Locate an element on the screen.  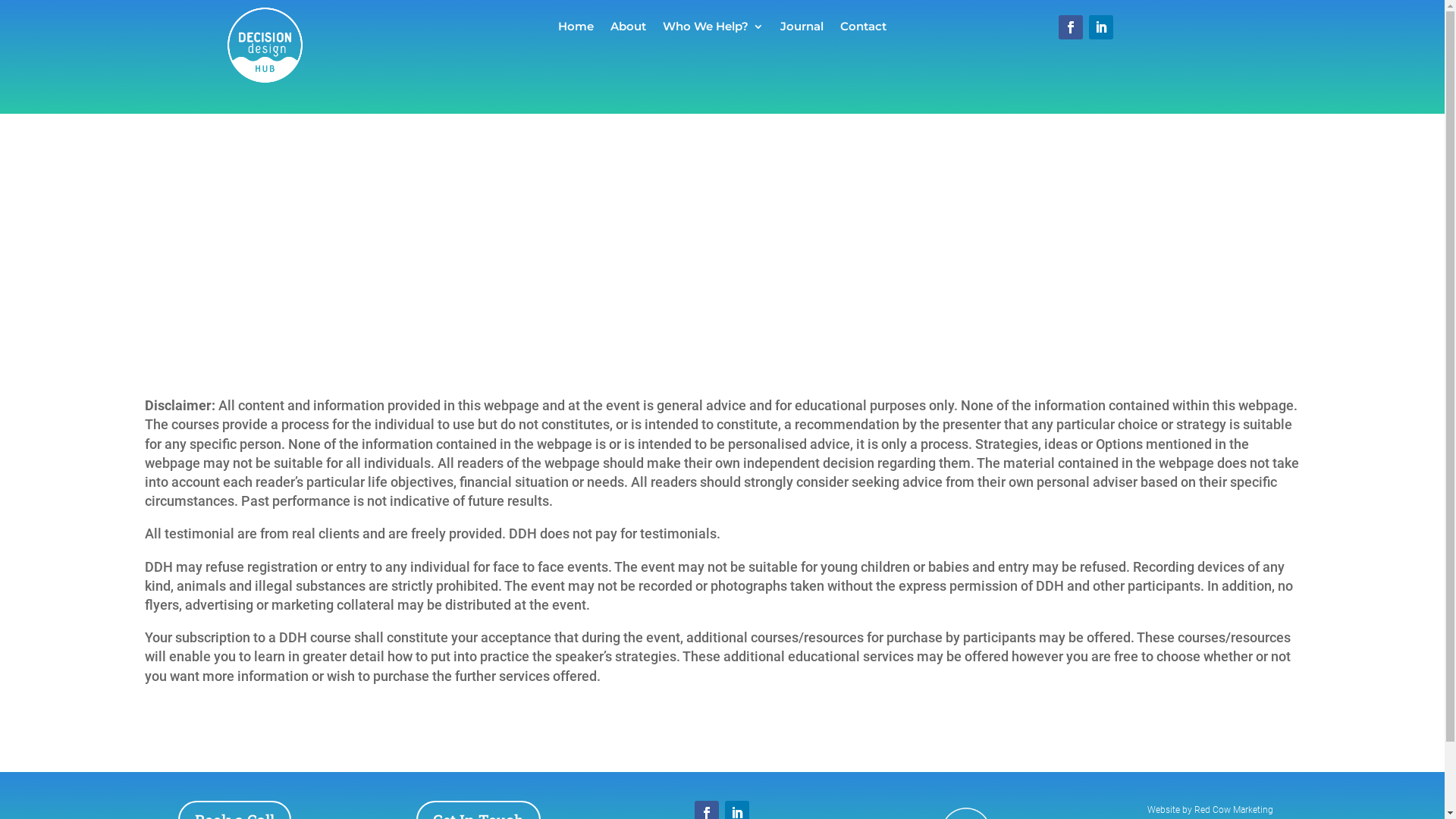
'About' is located at coordinates (628, 29).